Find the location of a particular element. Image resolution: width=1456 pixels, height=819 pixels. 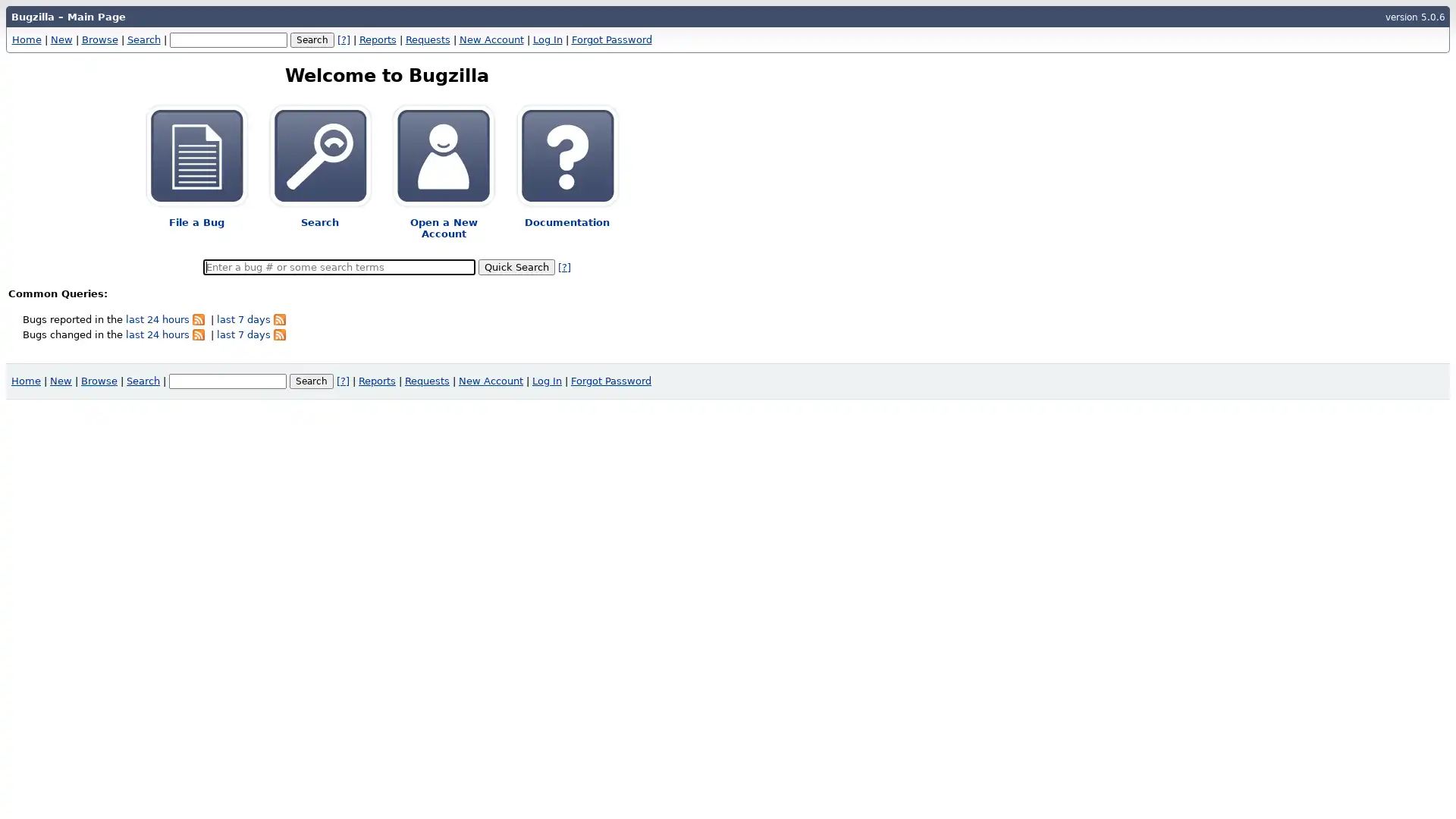

Search is located at coordinates (311, 38).